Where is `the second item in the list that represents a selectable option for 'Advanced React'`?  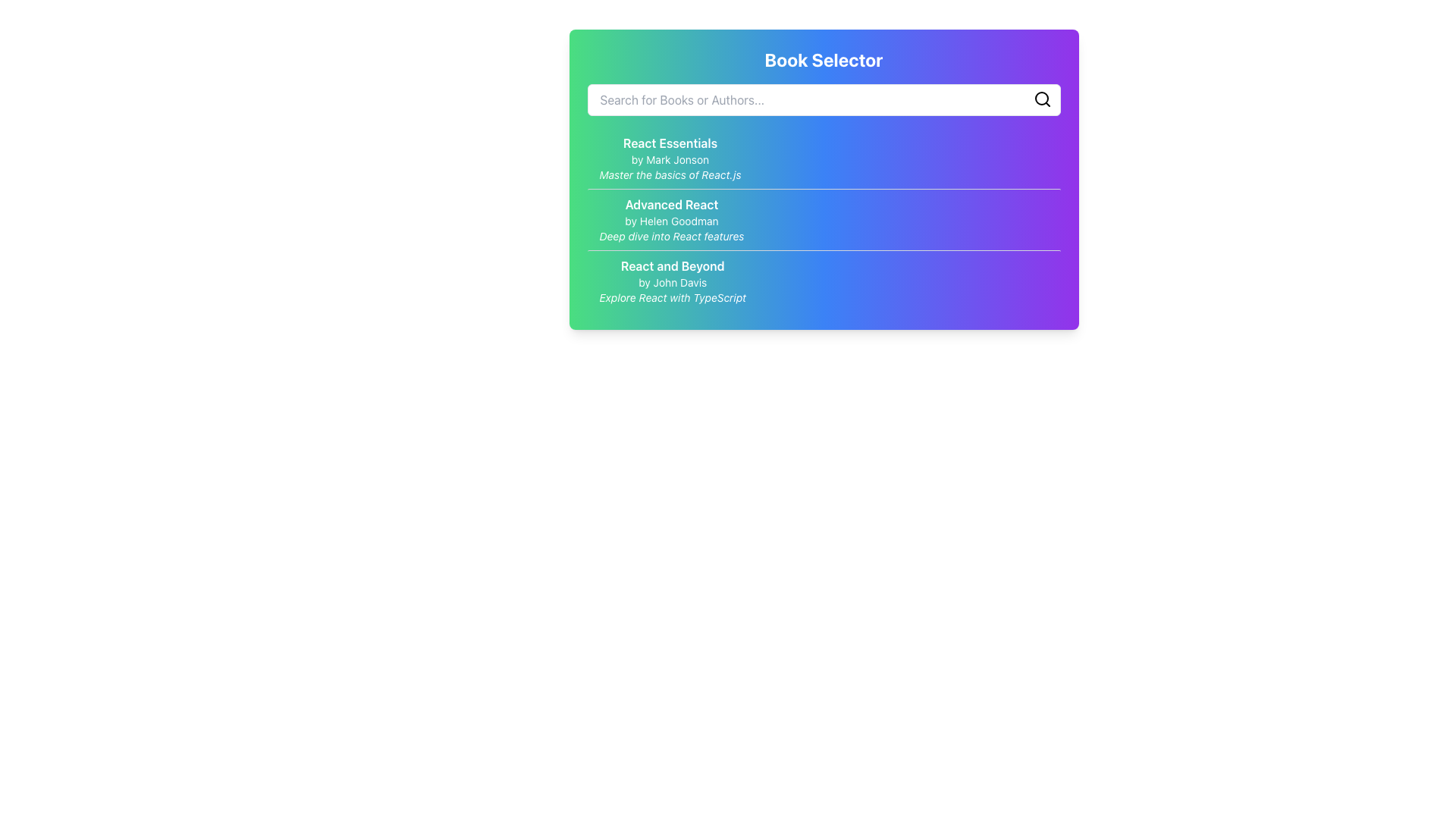 the second item in the list that represents a selectable option for 'Advanced React' is located at coordinates (823, 219).